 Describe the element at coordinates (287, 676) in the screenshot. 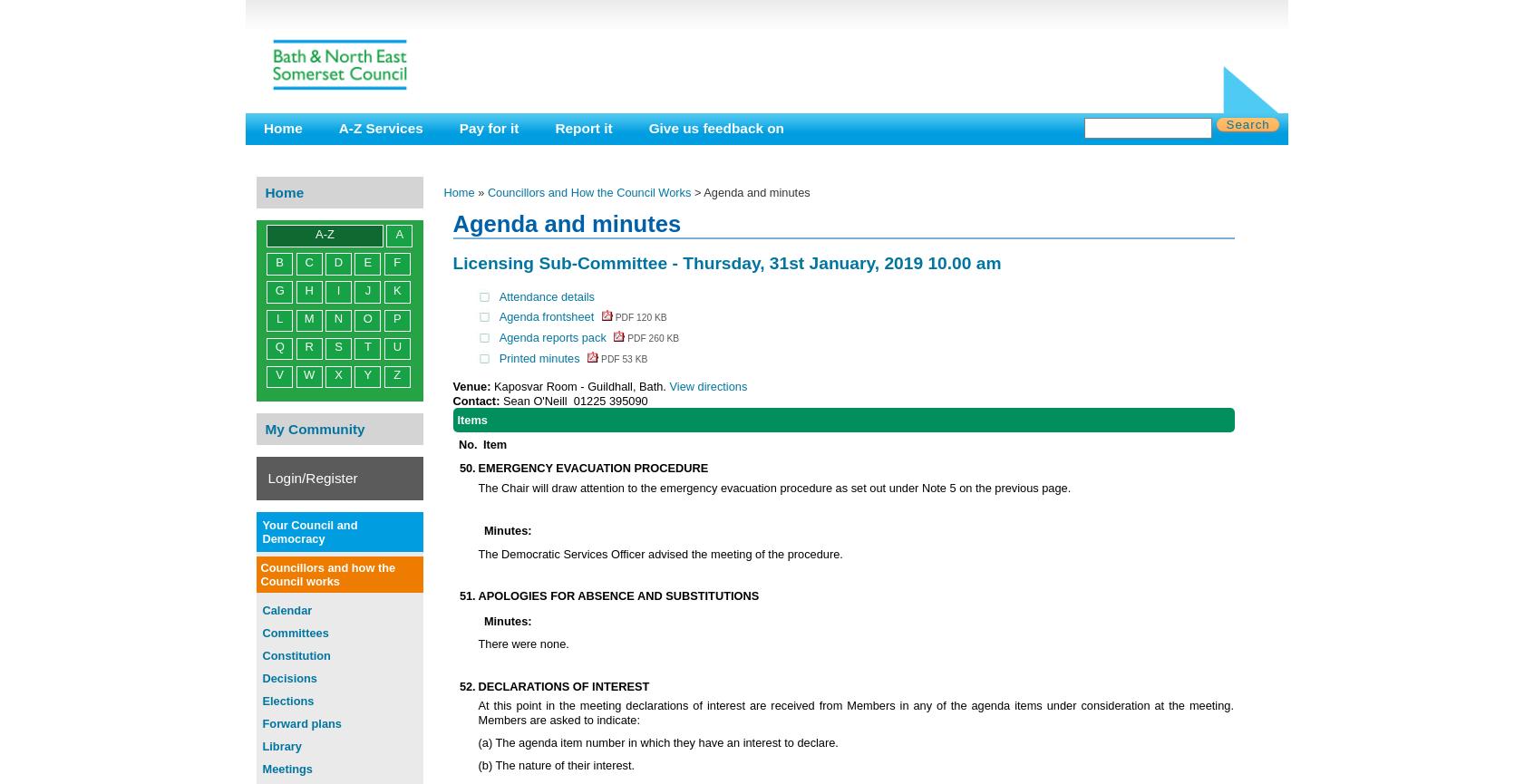

I see `'Decisions'` at that location.